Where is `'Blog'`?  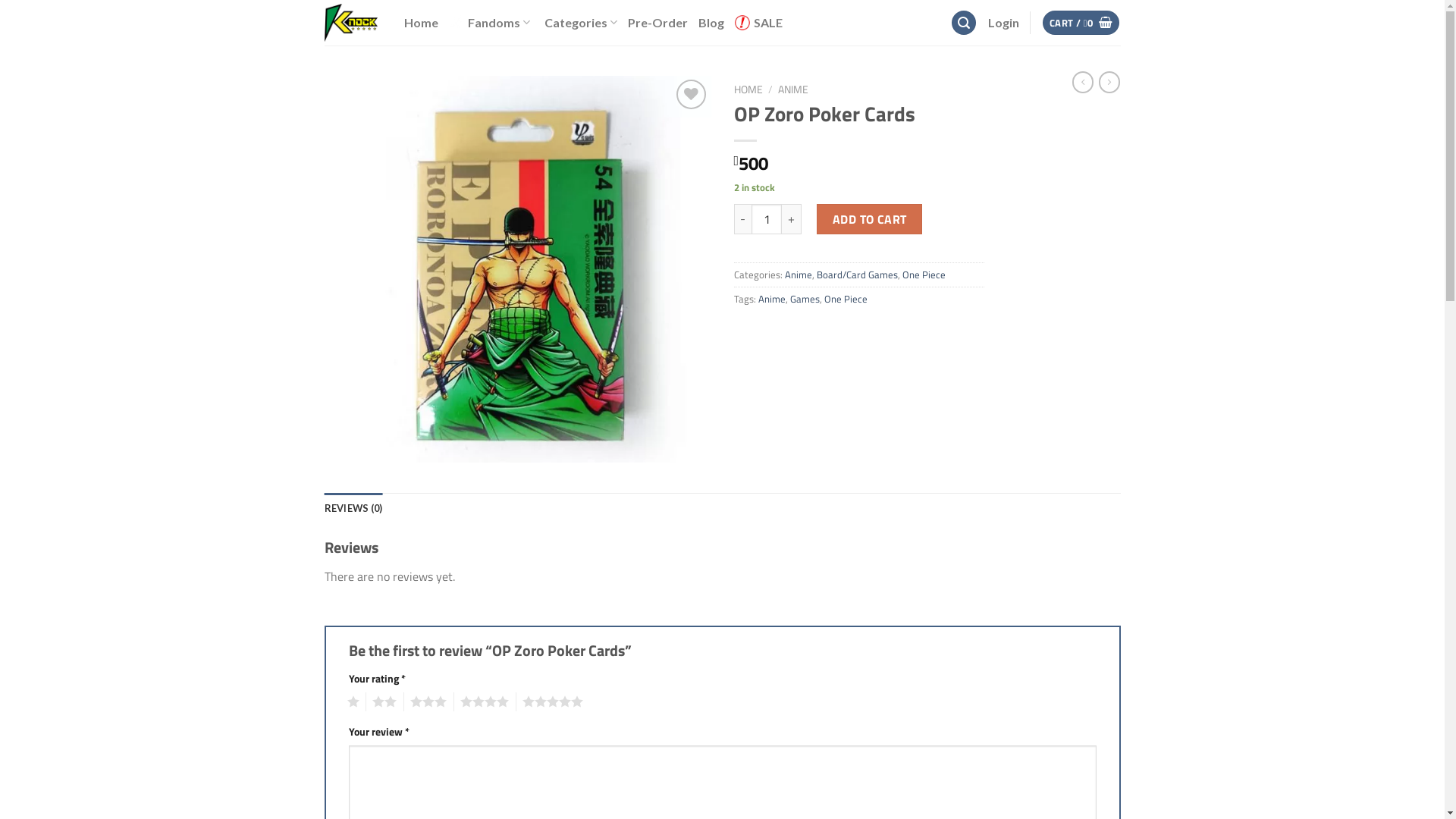 'Blog' is located at coordinates (710, 23).